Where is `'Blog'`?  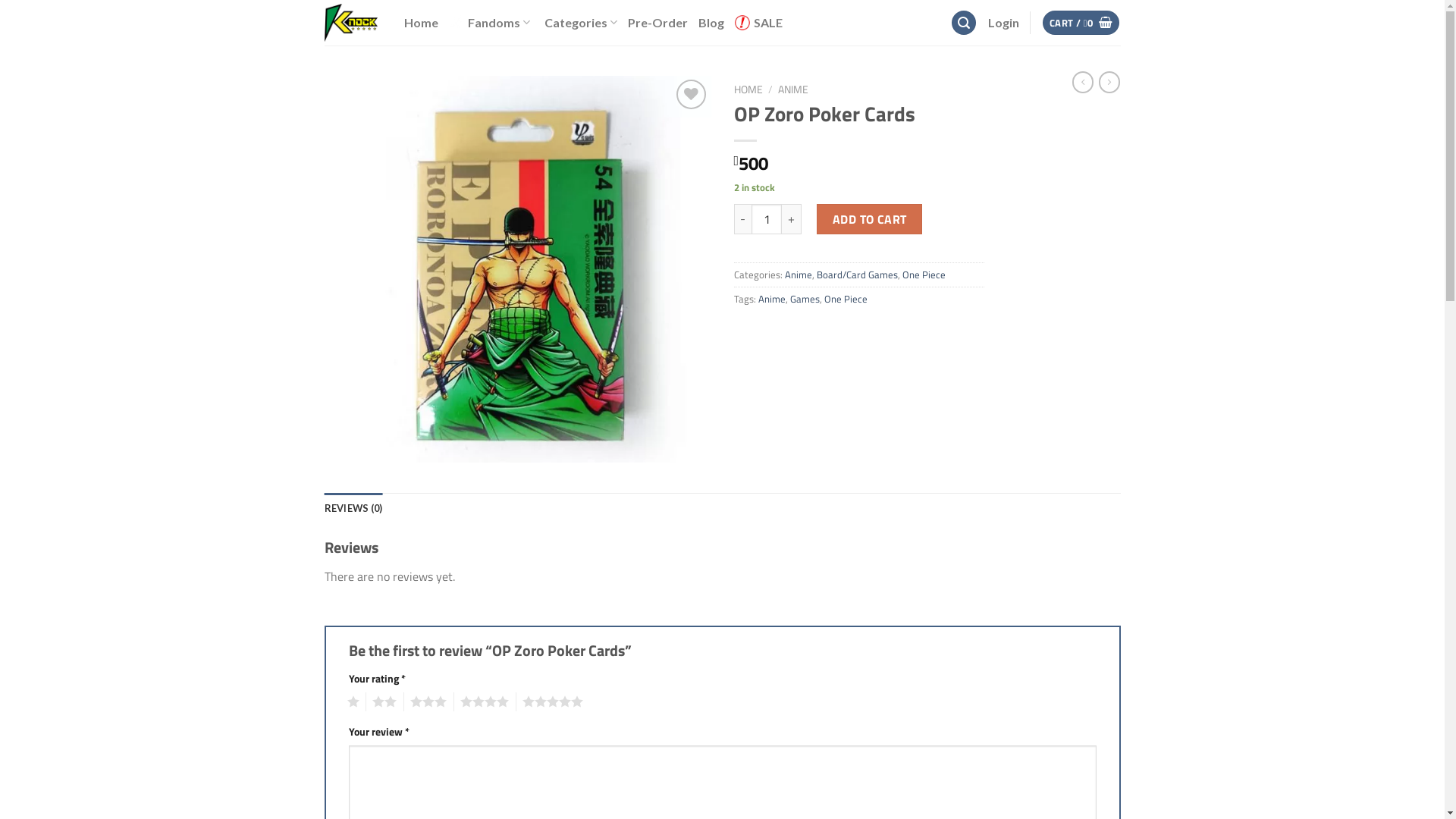 'Blog' is located at coordinates (710, 23).